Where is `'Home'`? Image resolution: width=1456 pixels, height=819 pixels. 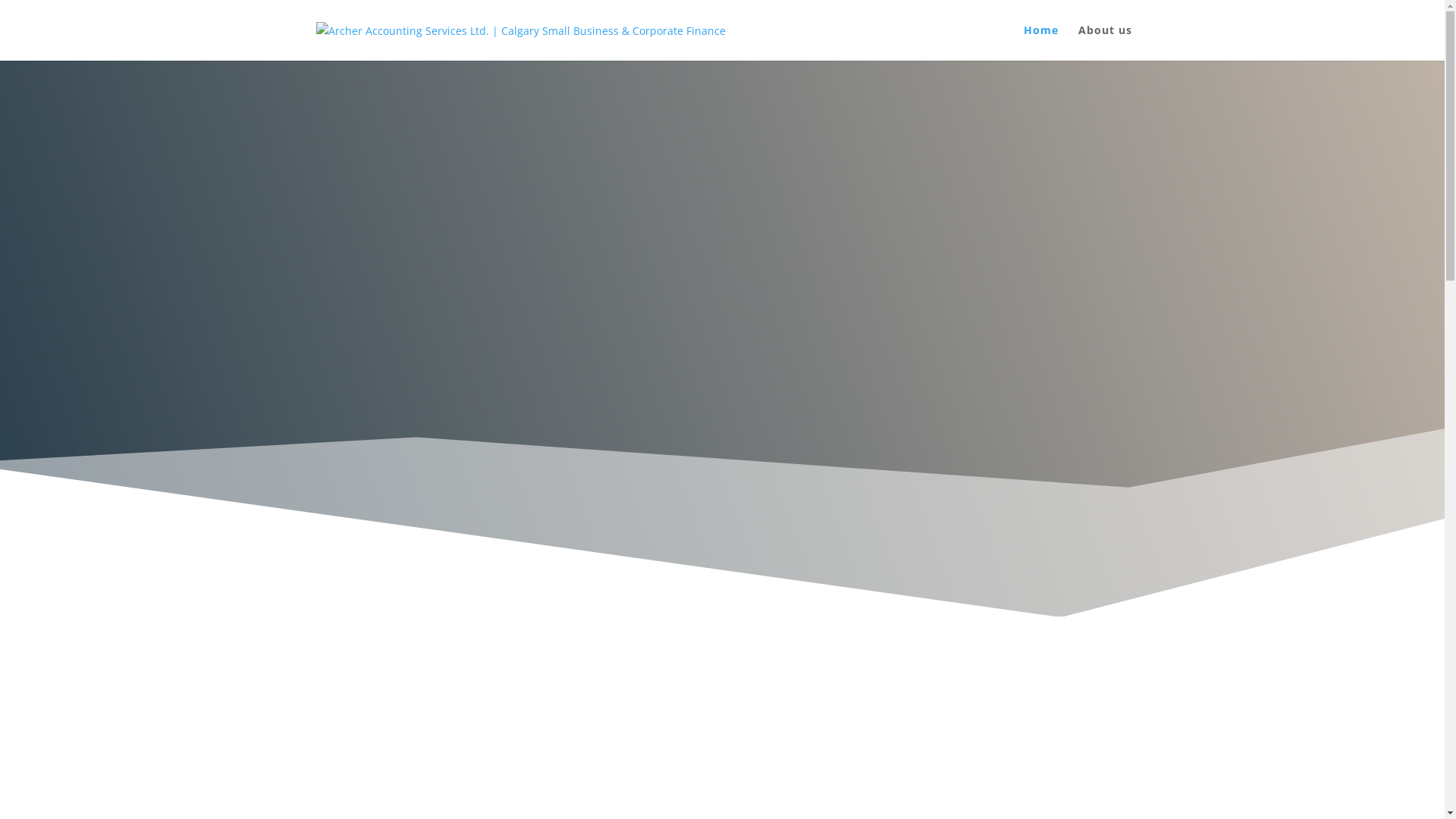 'Home' is located at coordinates (1023, 42).